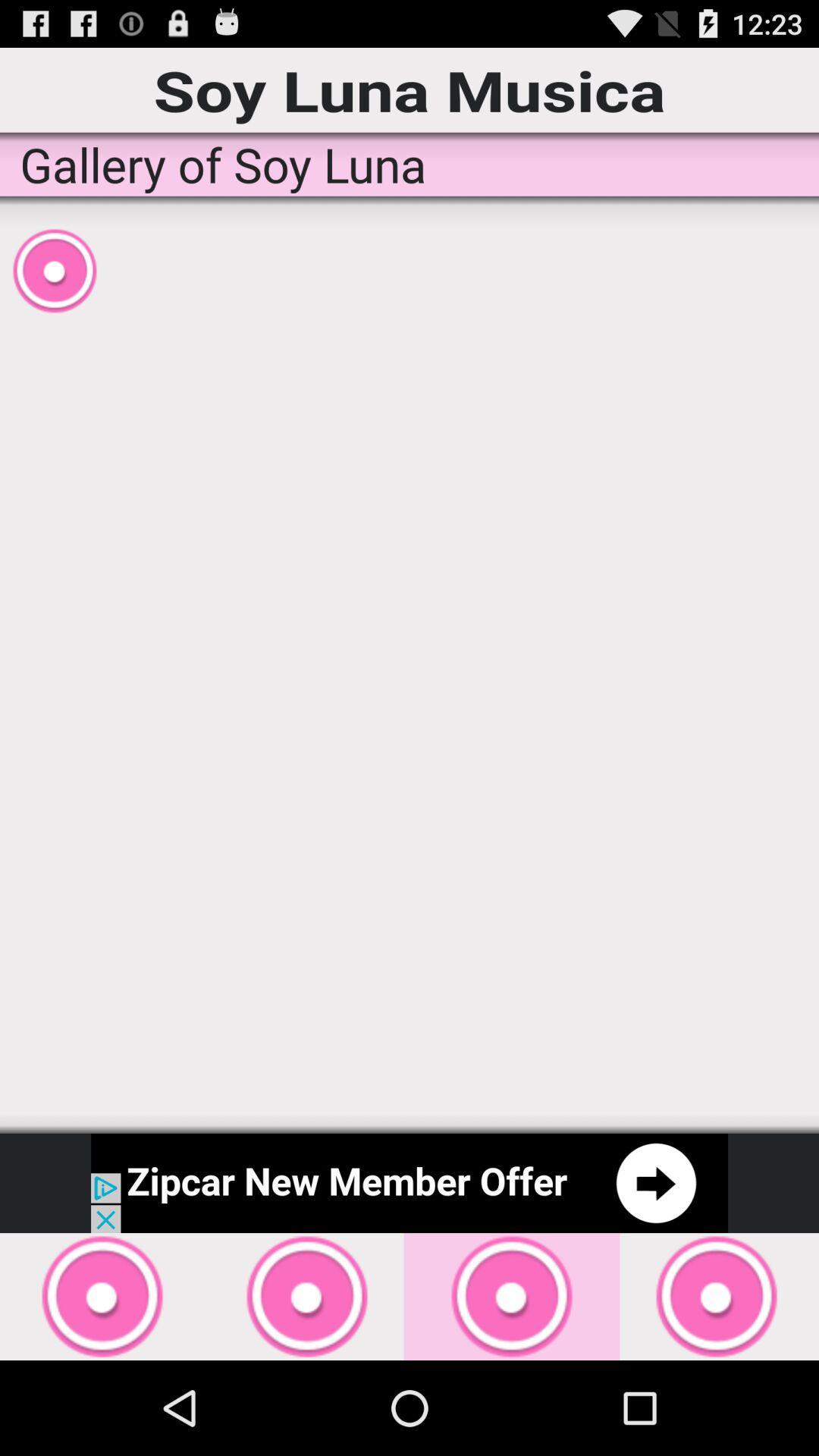 The height and width of the screenshot is (1456, 819). I want to click on link to an advertisement site, so click(409, 1182).